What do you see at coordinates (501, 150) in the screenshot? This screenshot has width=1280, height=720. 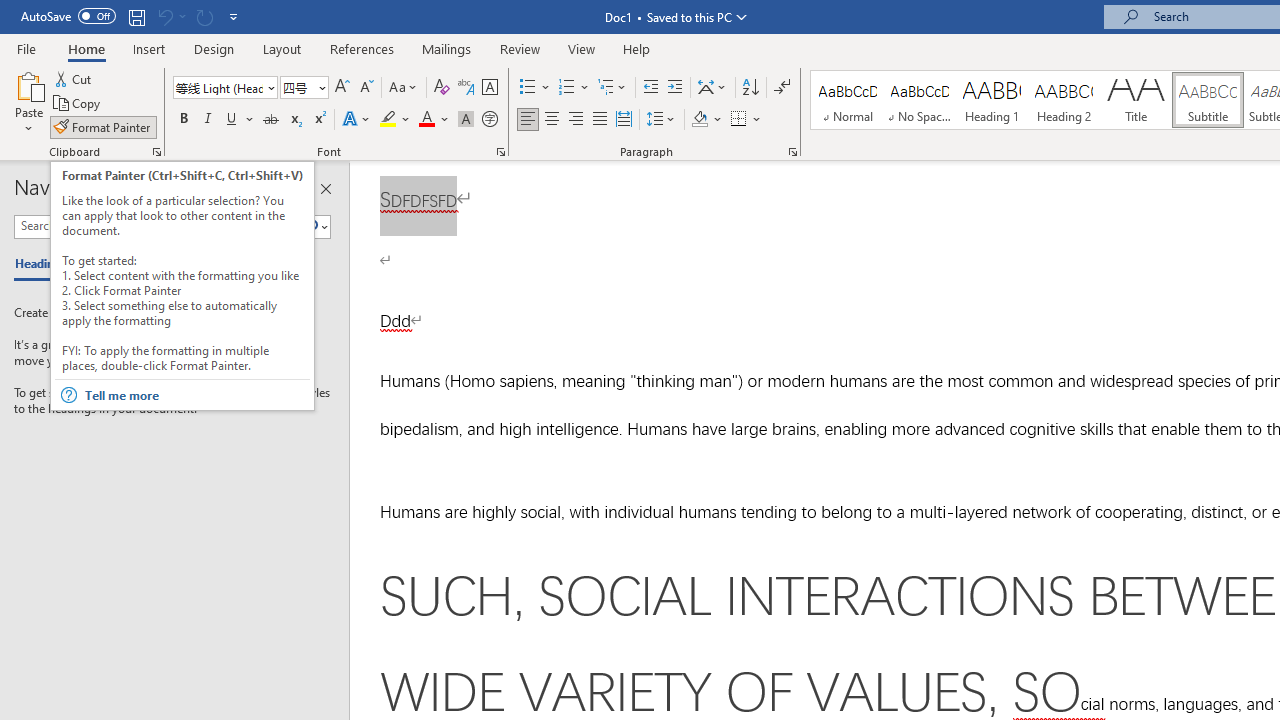 I see `'Font...'` at bounding box center [501, 150].